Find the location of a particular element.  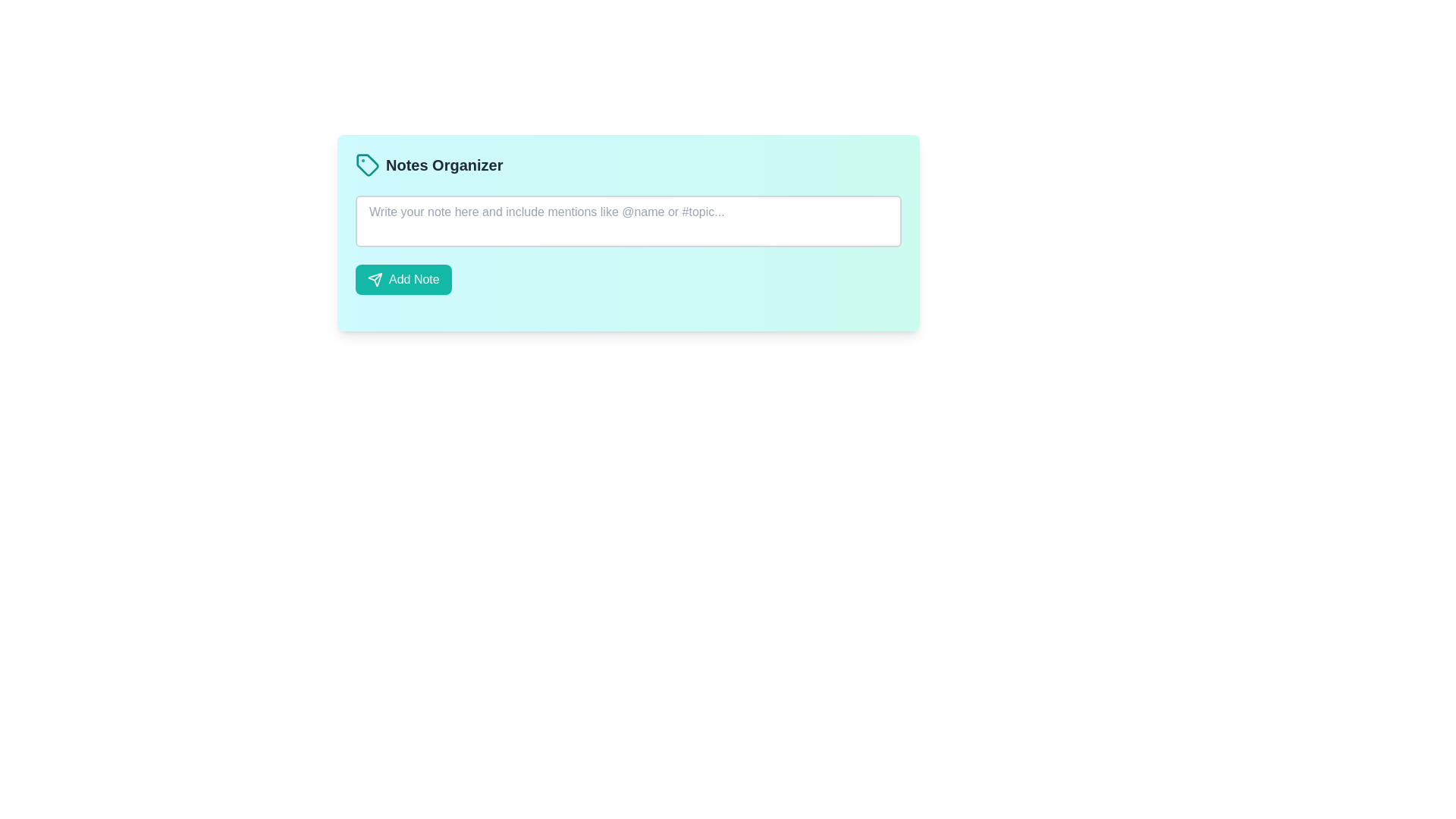

the Vector graphic icon located in the header of the notes organizer interface is located at coordinates (367, 165).